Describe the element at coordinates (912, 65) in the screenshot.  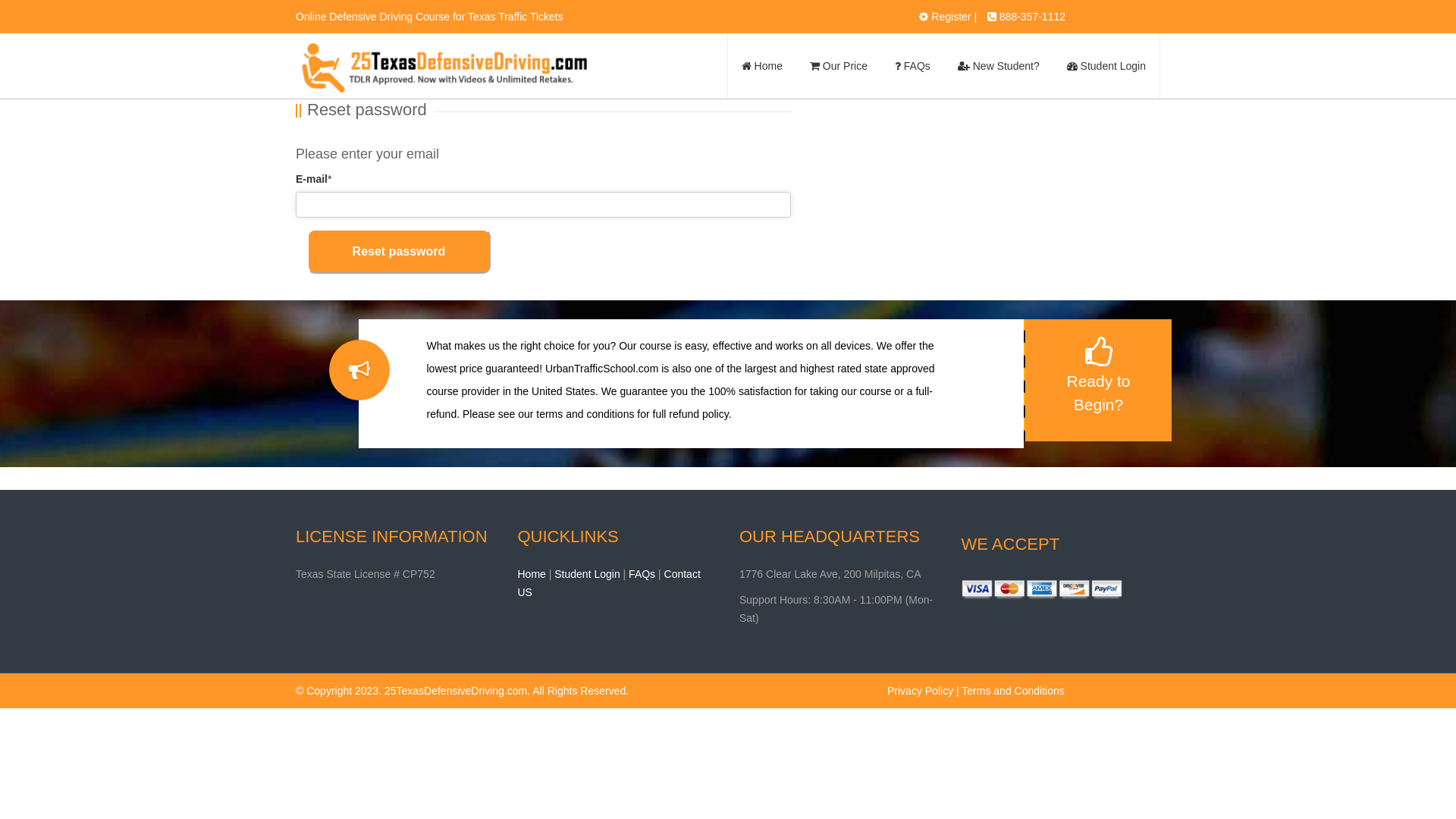
I see `'FAQs'` at that location.